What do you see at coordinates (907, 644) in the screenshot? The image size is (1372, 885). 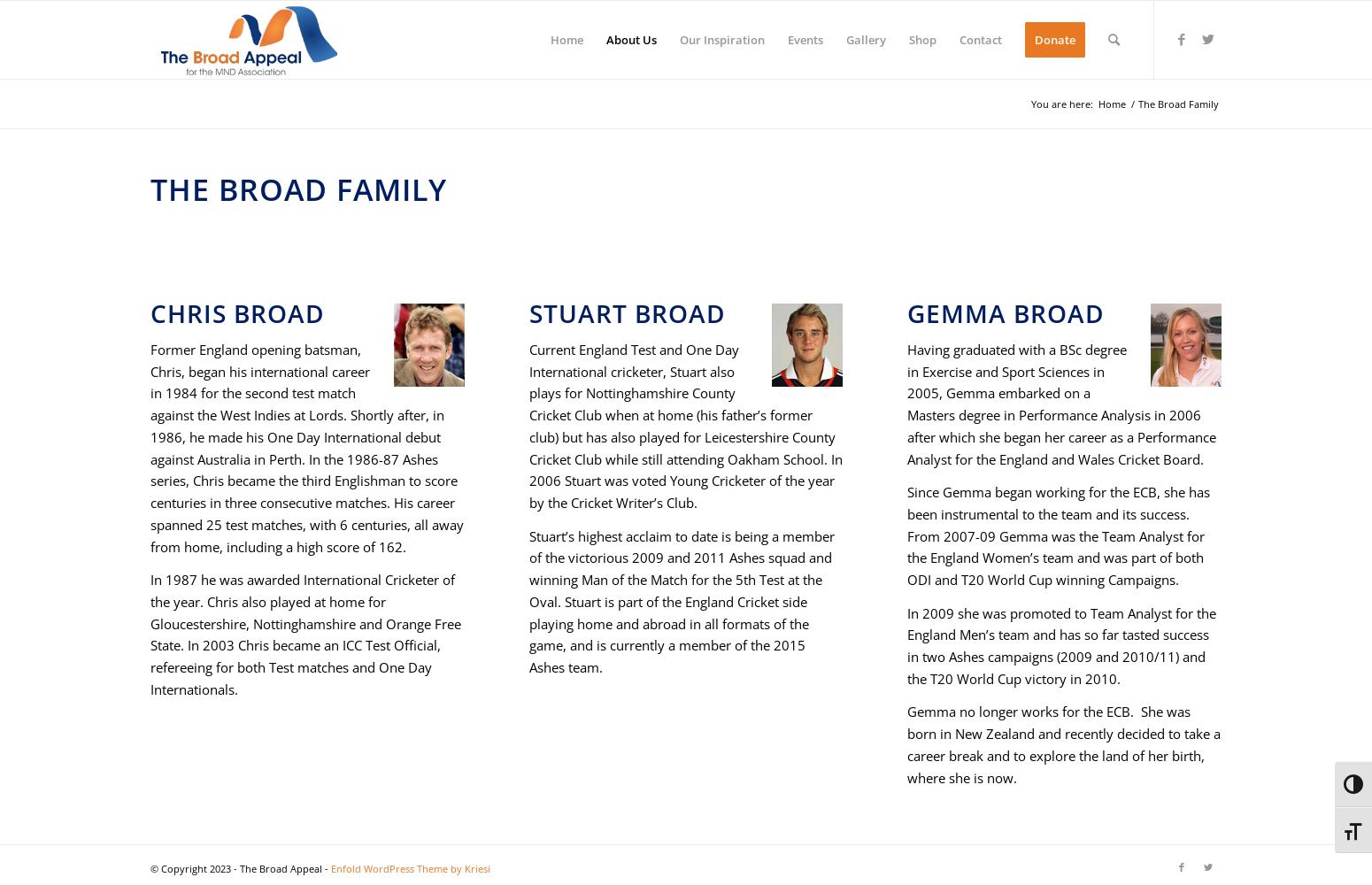 I see `'In 2009 she was promoted to Team Analyst for the England Men’s team and has so far tasted success in two Ashes campaigns (2009 and 2010/11) and the T20 World Cup victory in 2010.'` at bounding box center [907, 644].